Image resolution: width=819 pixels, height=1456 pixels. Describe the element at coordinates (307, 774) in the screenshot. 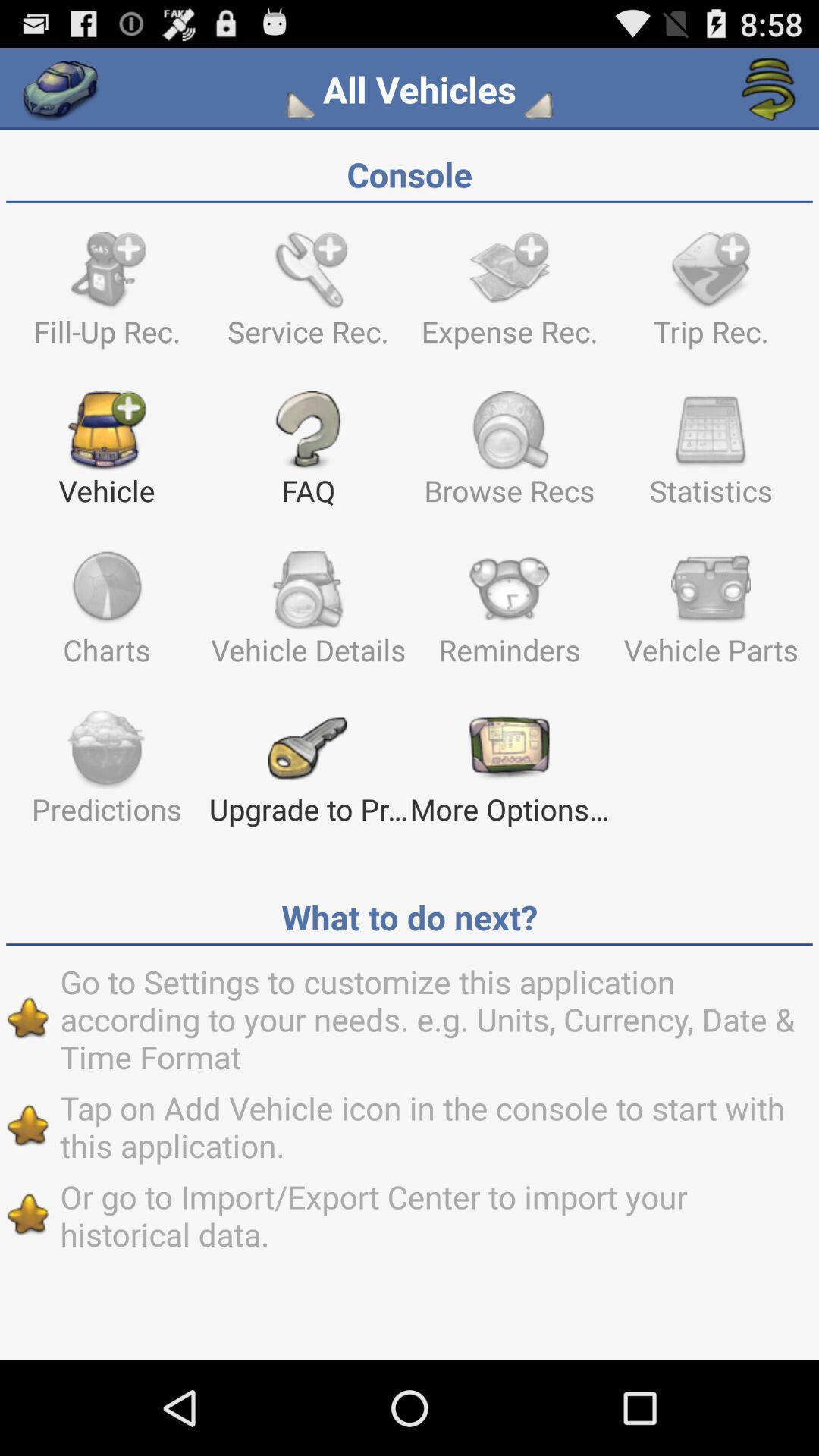

I see `item next to the more options... item` at that location.